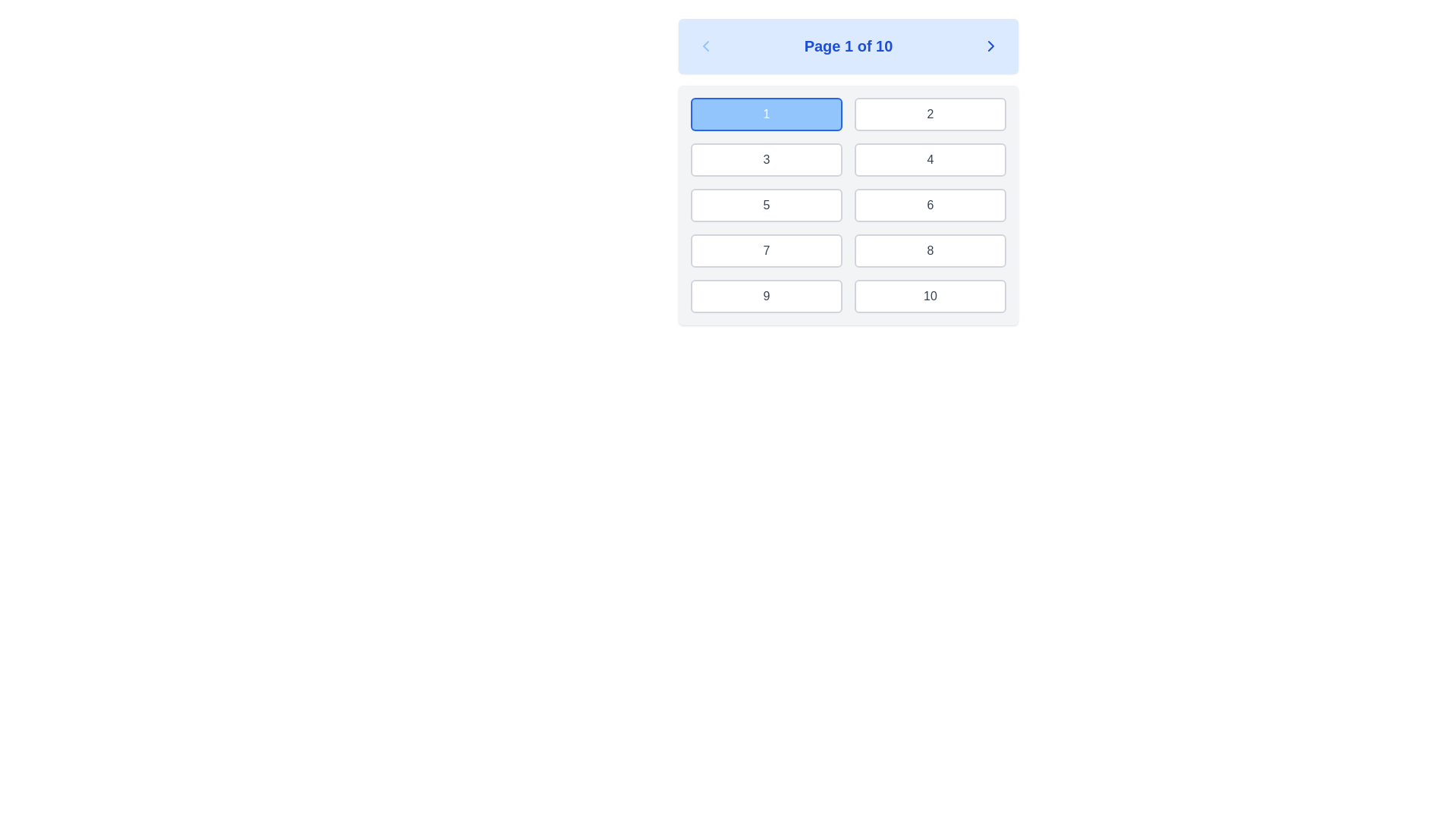  Describe the element at coordinates (930, 113) in the screenshot. I see `the page navigation button that allows users to move to page 2, located to the right of the button labeled '1', to change its background color` at that location.